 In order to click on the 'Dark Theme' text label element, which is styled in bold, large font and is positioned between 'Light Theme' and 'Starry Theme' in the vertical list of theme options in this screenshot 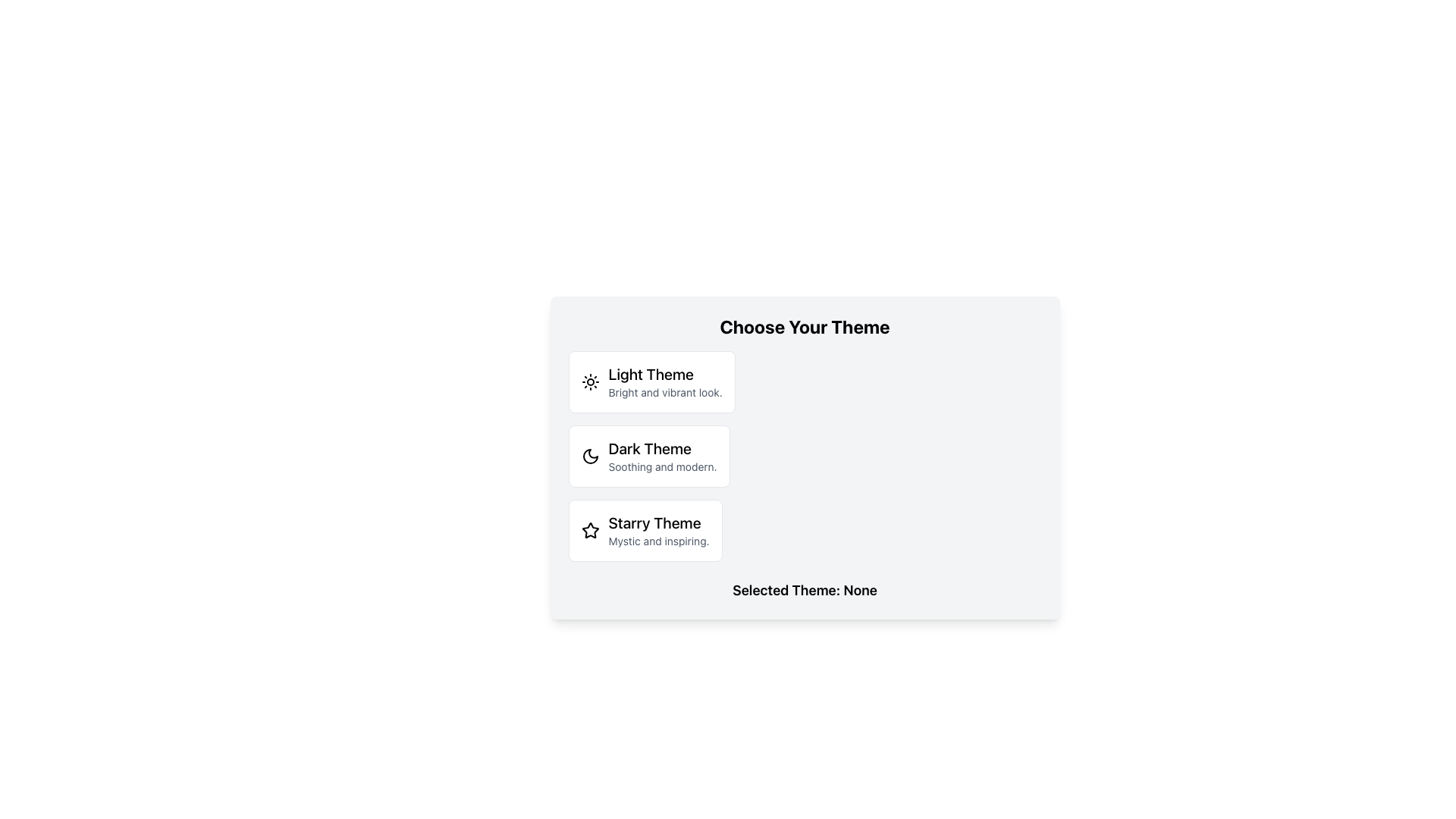, I will do `click(663, 447)`.